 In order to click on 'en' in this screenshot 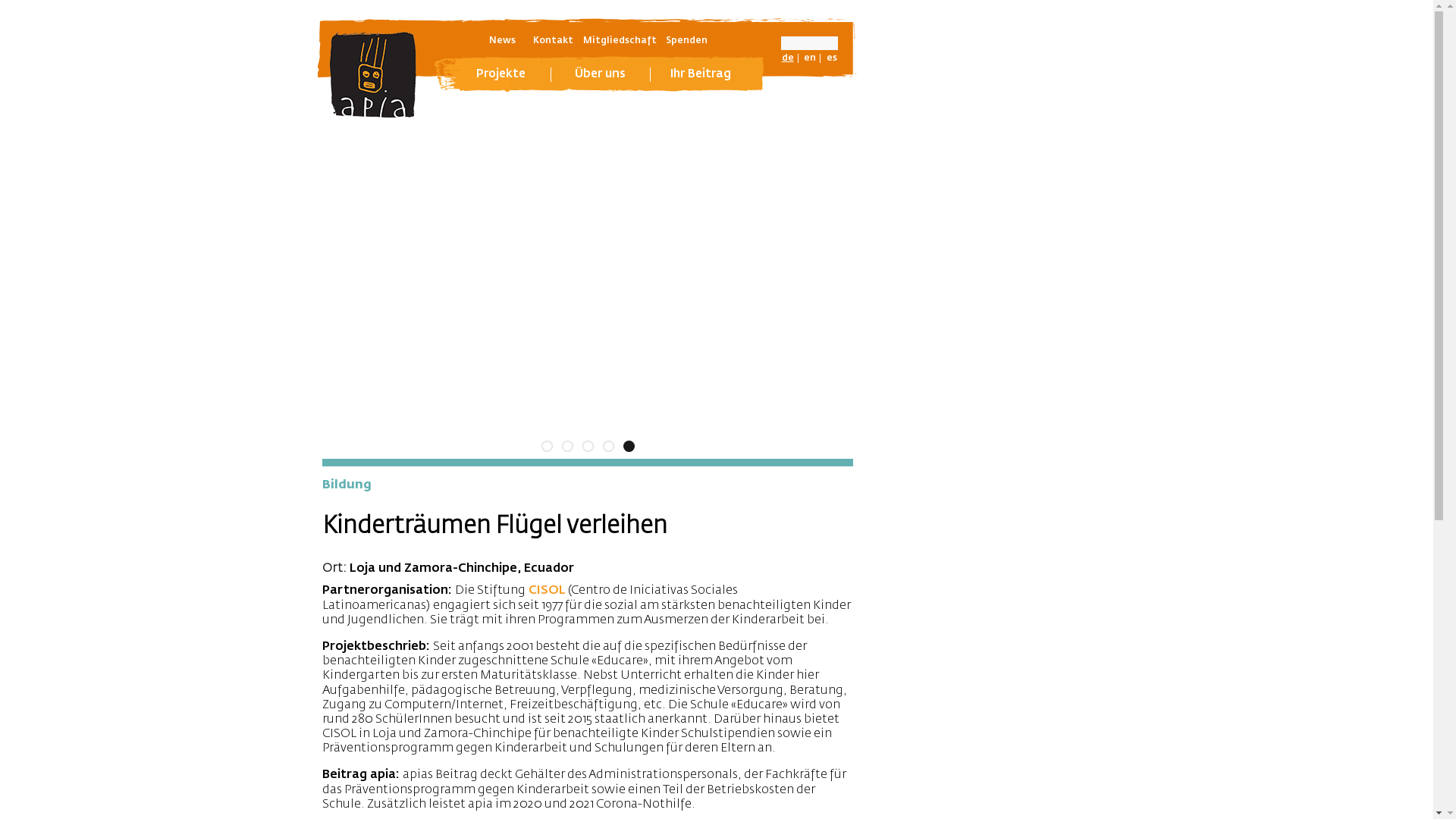, I will do `click(809, 58)`.